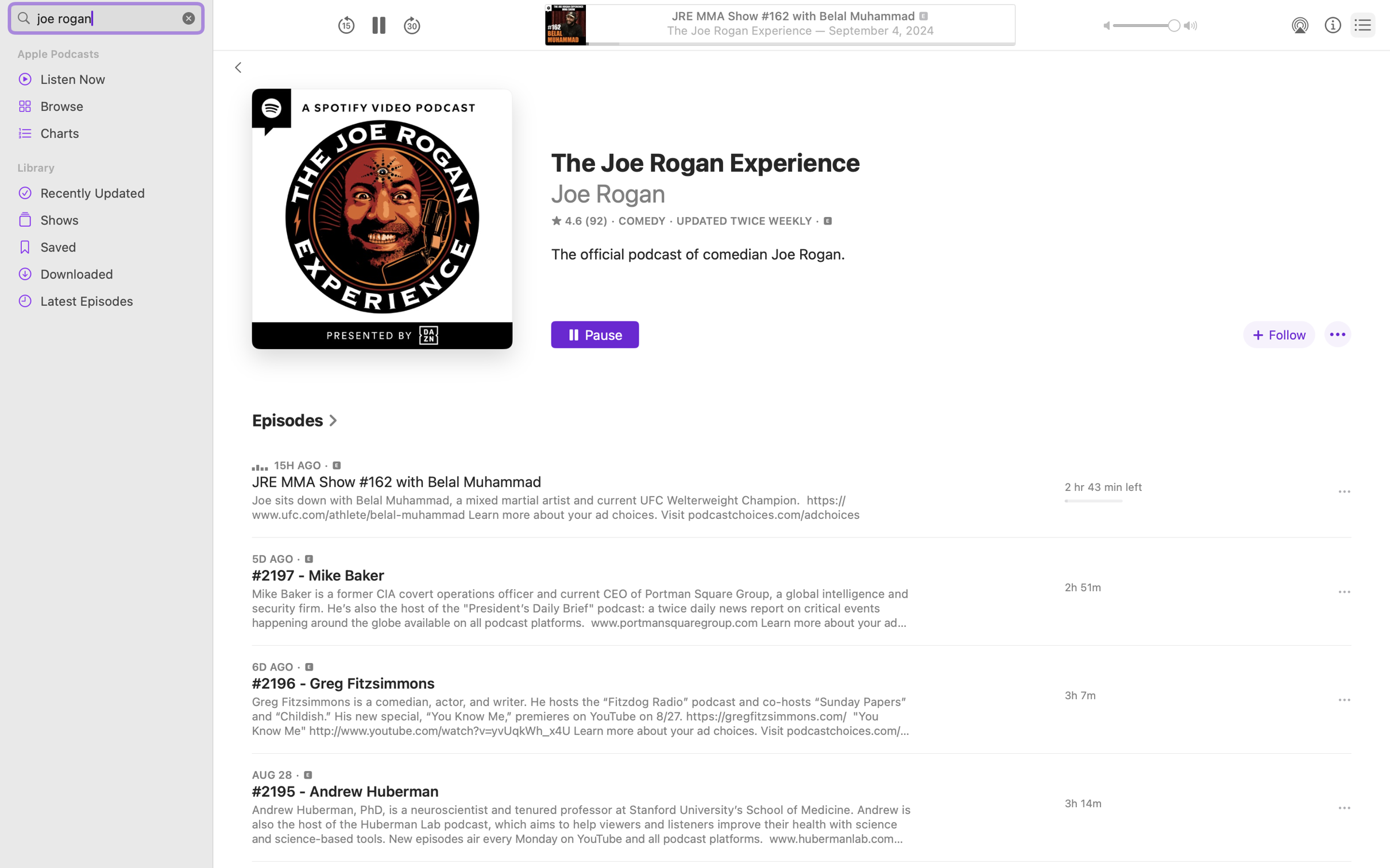 The height and width of the screenshot is (868, 1390). What do you see at coordinates (106, 17) in the screenshot?
I see `'joe rogan'` at bounding box center [106, 17].